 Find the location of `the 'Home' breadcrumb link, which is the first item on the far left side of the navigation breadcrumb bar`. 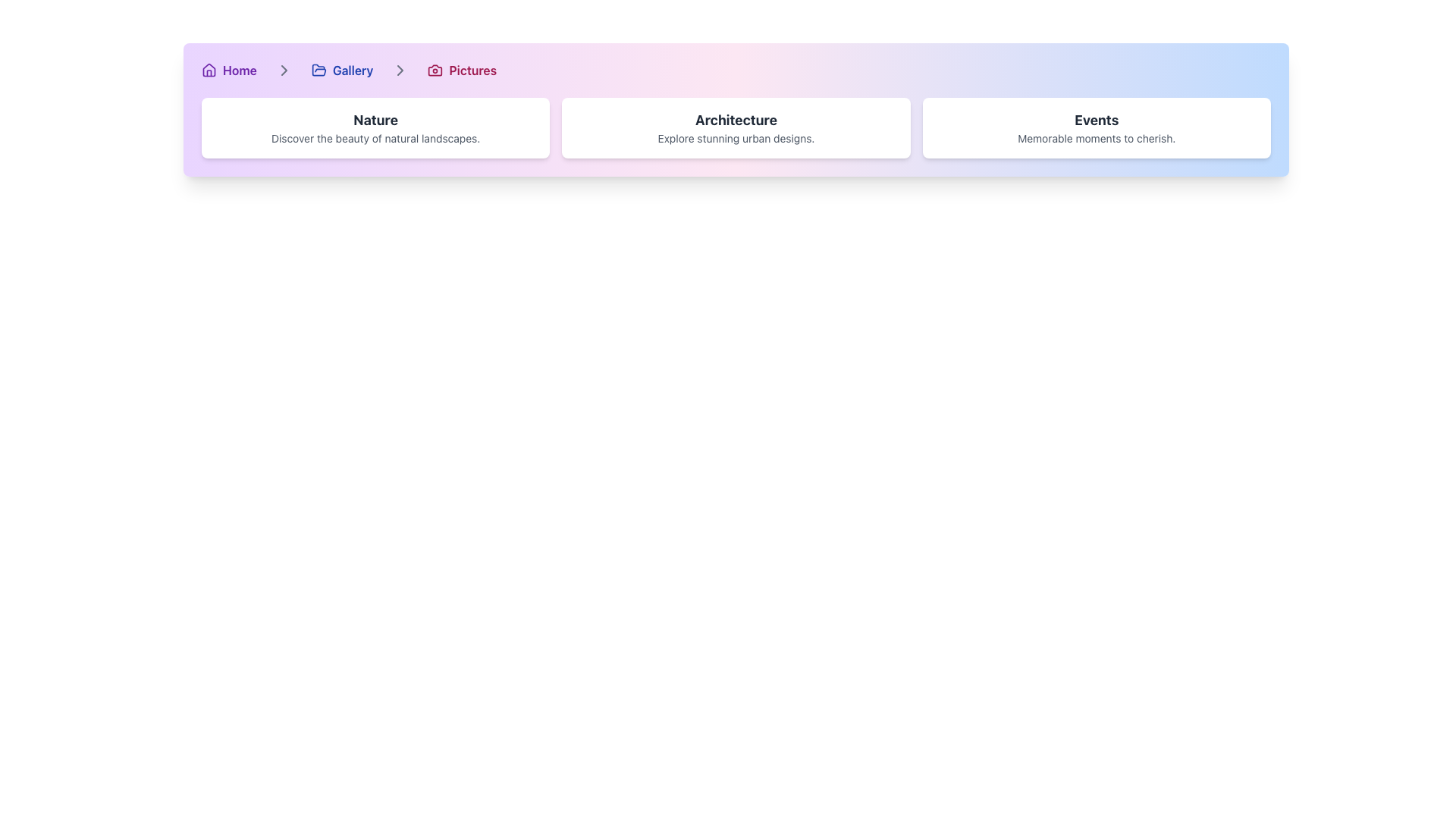

the 'Home' breadcrumb link, which is the first item on the far left side of the navigation breadcrumb bar is located at coordinates (228, 70).